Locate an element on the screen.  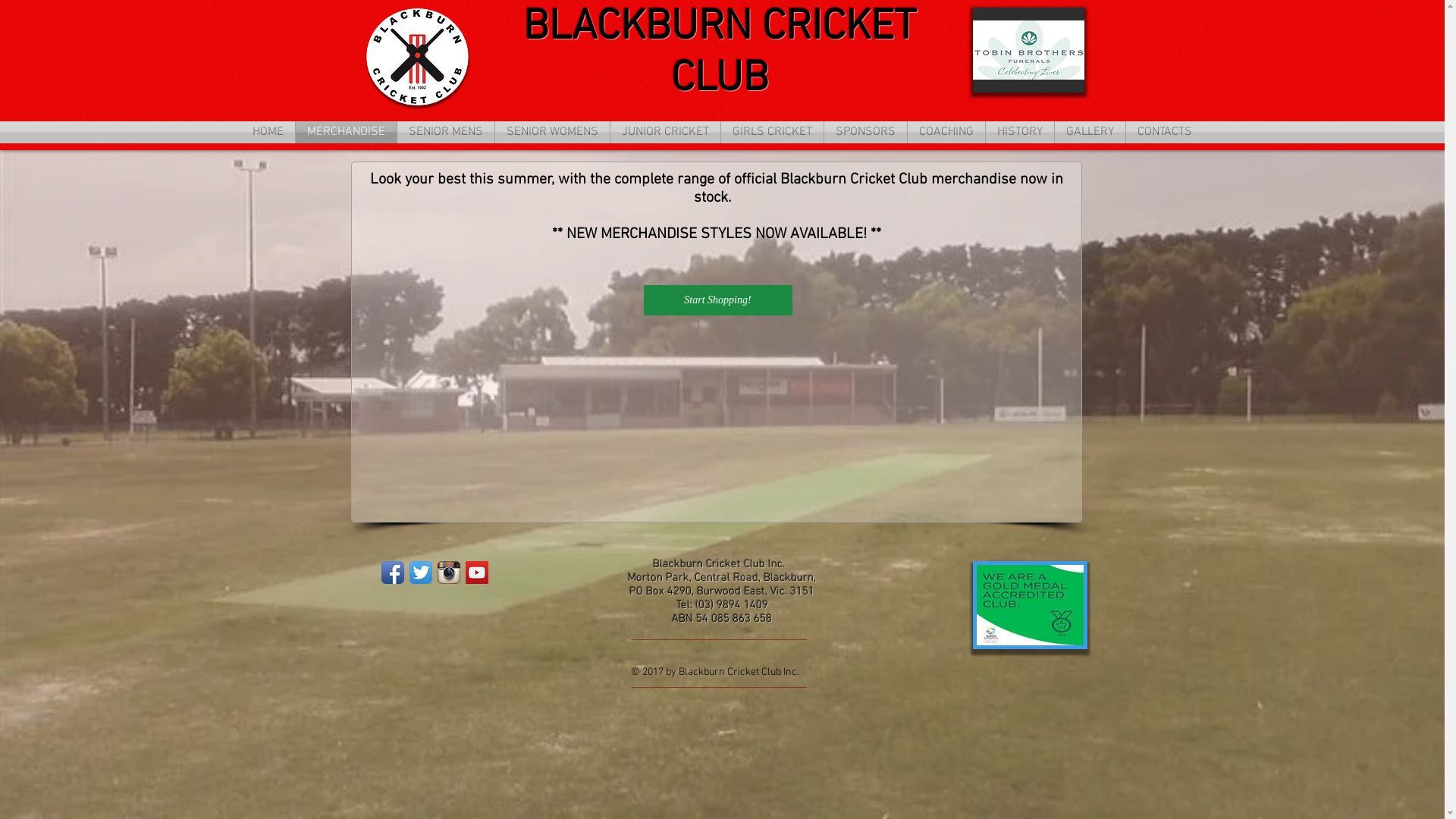
'COACHING' is located at coordinates (946, 131).